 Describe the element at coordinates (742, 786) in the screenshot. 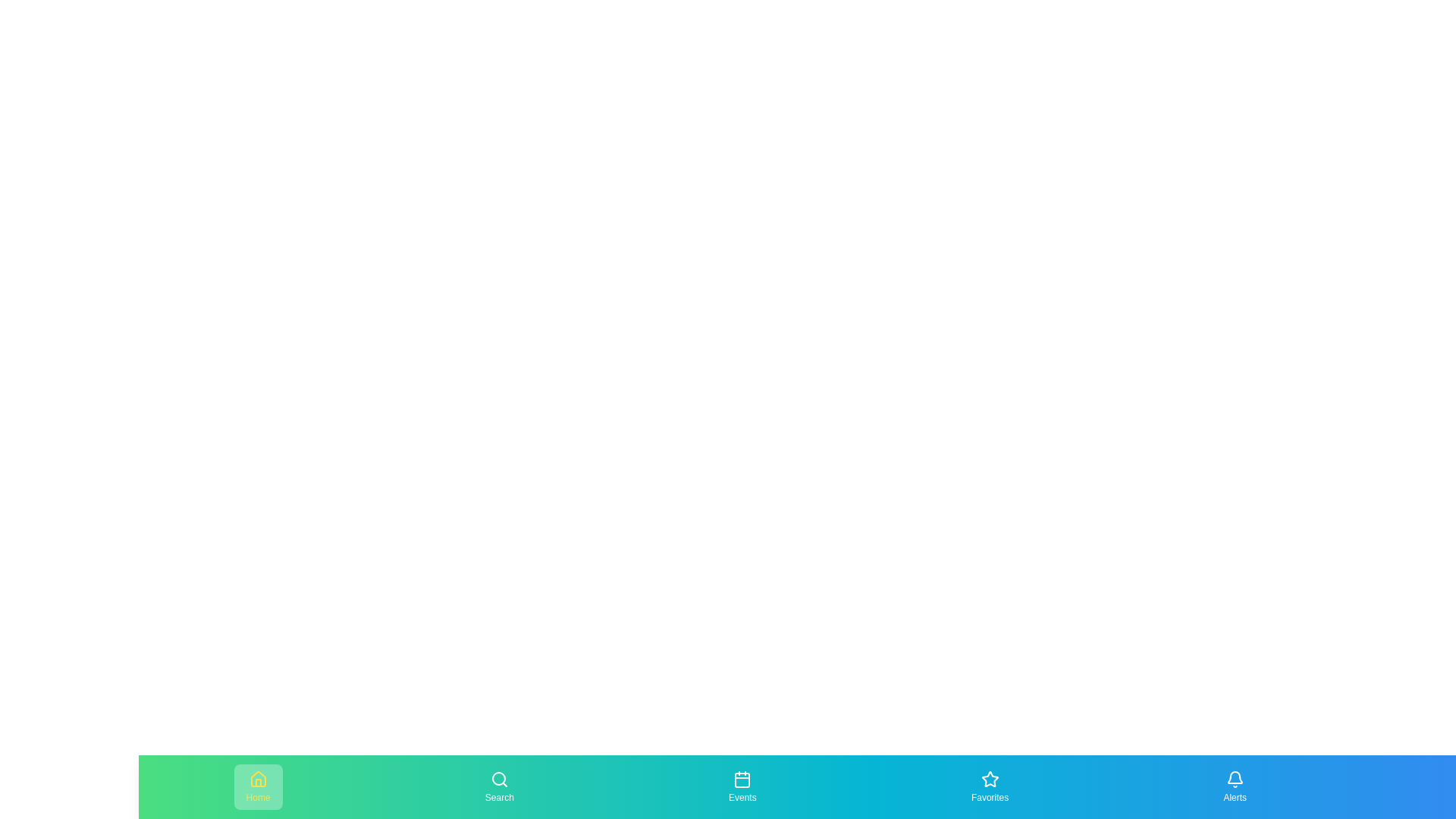

I see `the navigation item Events` at that location.